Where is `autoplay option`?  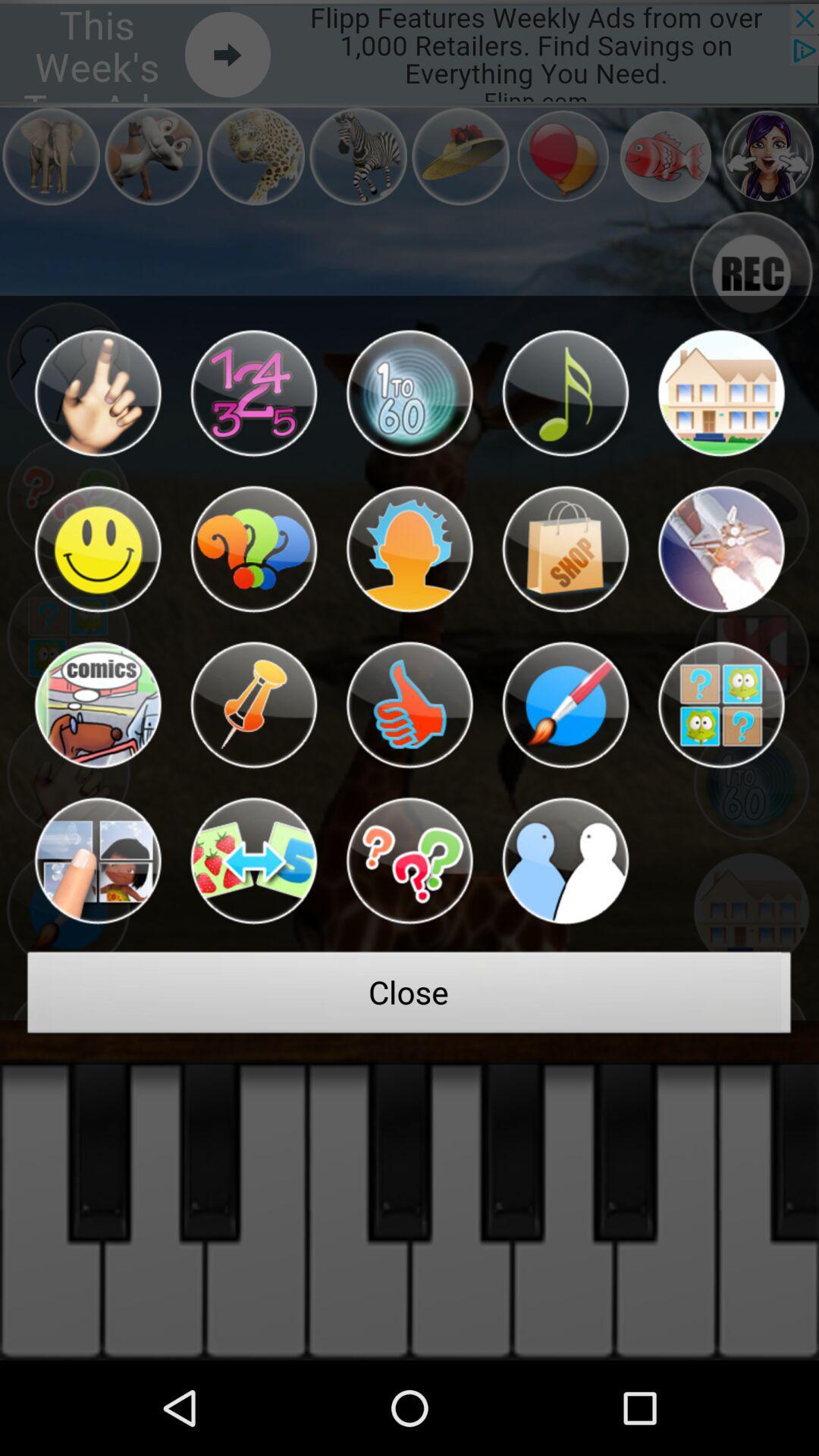 autoplay option is located at coordinates (409, 704).